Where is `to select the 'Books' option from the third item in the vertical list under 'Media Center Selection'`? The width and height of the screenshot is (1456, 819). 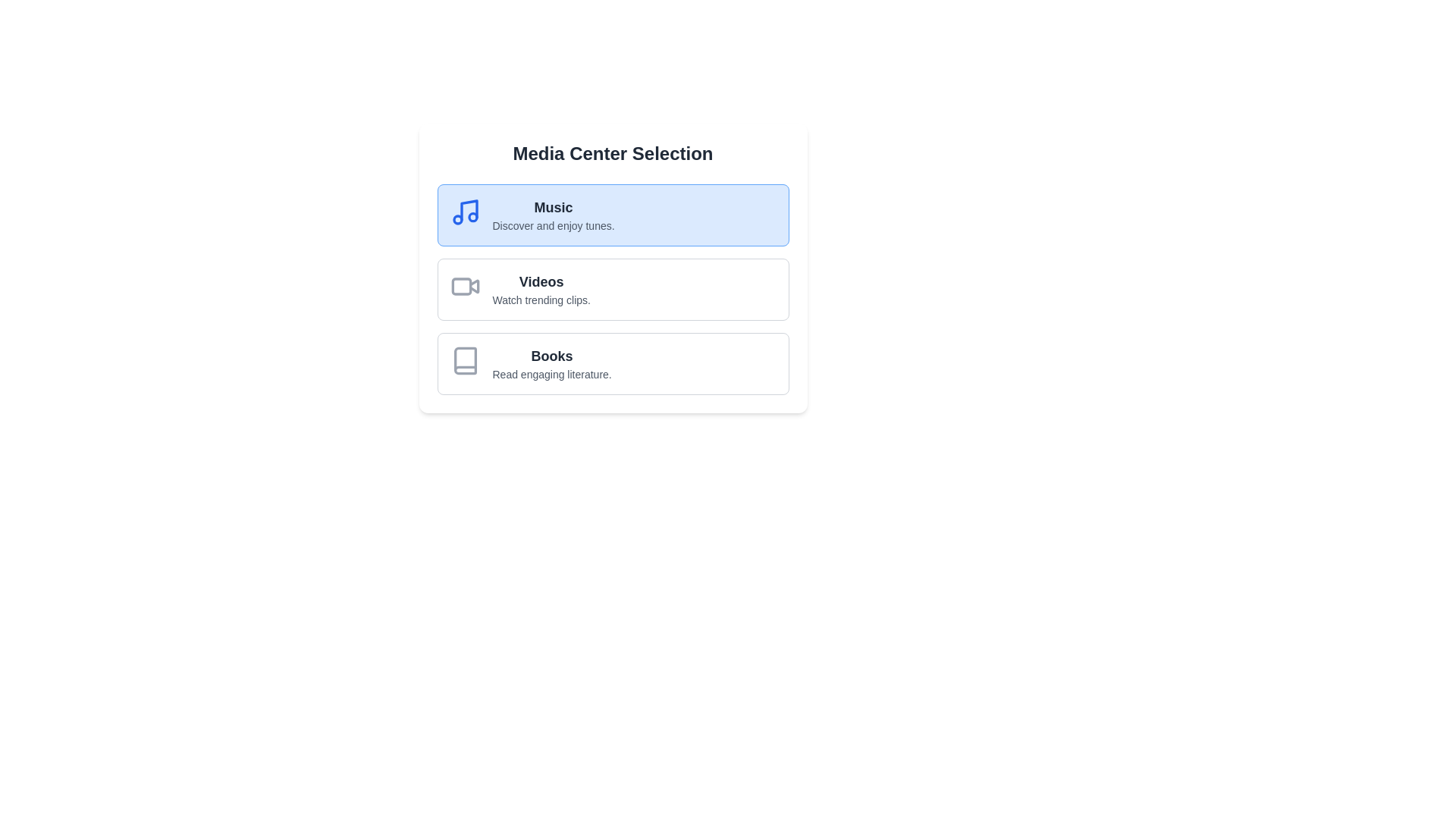
to select the 'Books' option from the third item in the vertical list under 'Media Center Selection' is located at coordinates (613, 363).